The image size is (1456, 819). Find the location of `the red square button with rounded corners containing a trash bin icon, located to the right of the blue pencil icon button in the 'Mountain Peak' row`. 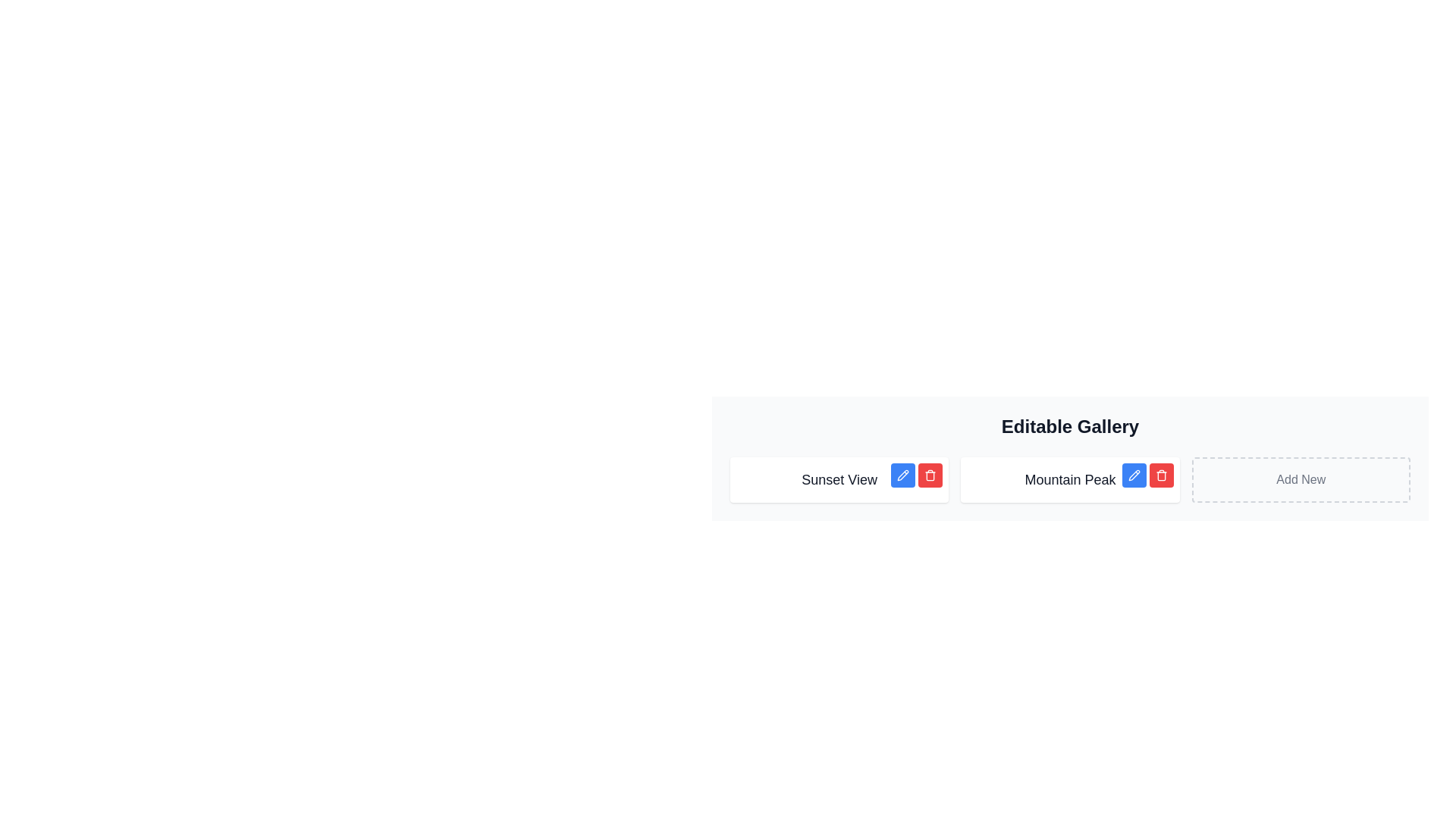

the red square button with rounded corners containing a trash bin icon, located to the right of the blue pencil icon button in the 'Mountain Peak' row is located at coordinates (1160, 475).